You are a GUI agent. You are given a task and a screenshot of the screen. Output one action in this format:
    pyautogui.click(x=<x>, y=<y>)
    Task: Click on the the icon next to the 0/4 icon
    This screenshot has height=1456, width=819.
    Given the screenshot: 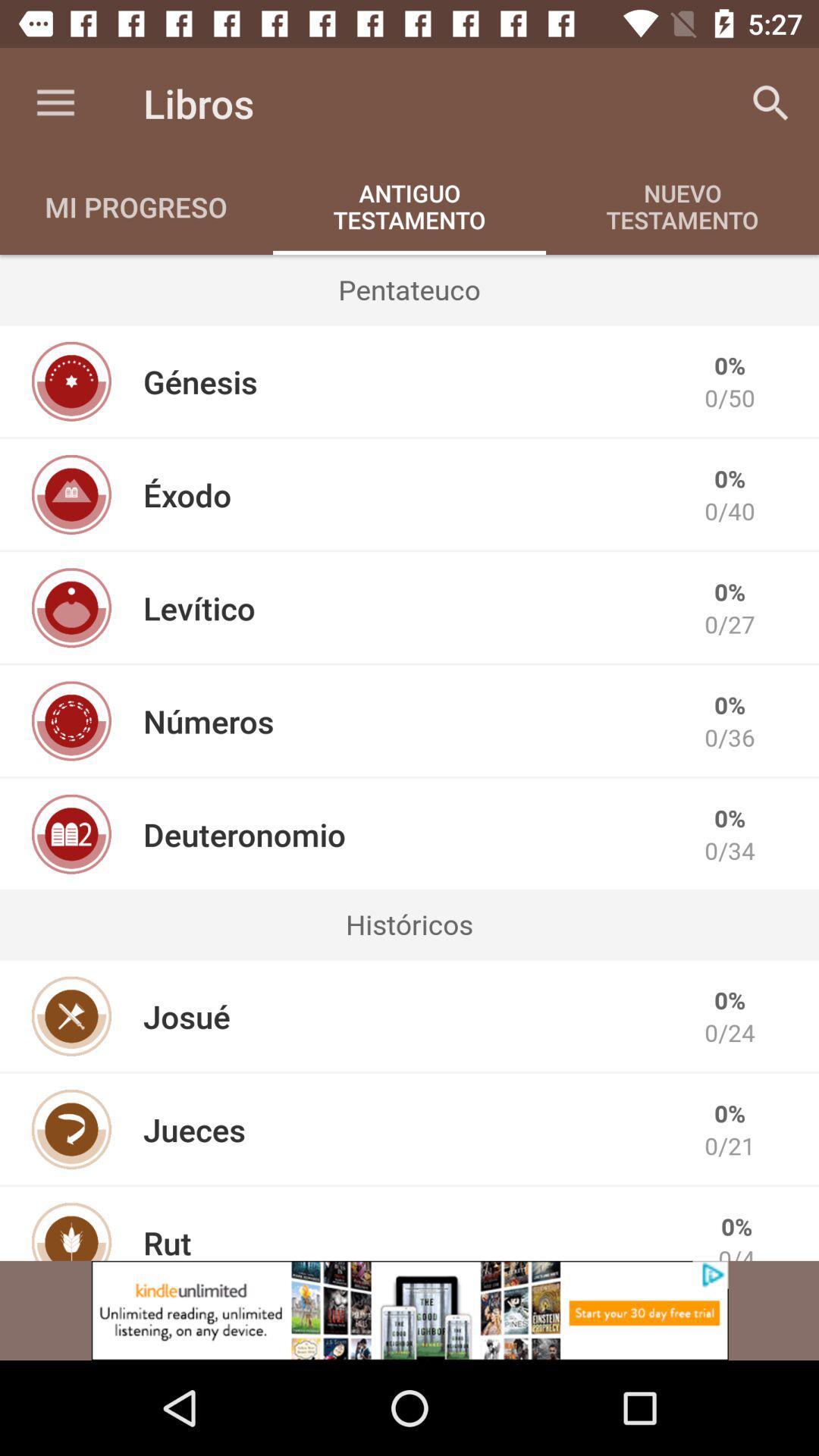 What is the action you would take?
    pyautogui.click(x=167, y=1241)
    